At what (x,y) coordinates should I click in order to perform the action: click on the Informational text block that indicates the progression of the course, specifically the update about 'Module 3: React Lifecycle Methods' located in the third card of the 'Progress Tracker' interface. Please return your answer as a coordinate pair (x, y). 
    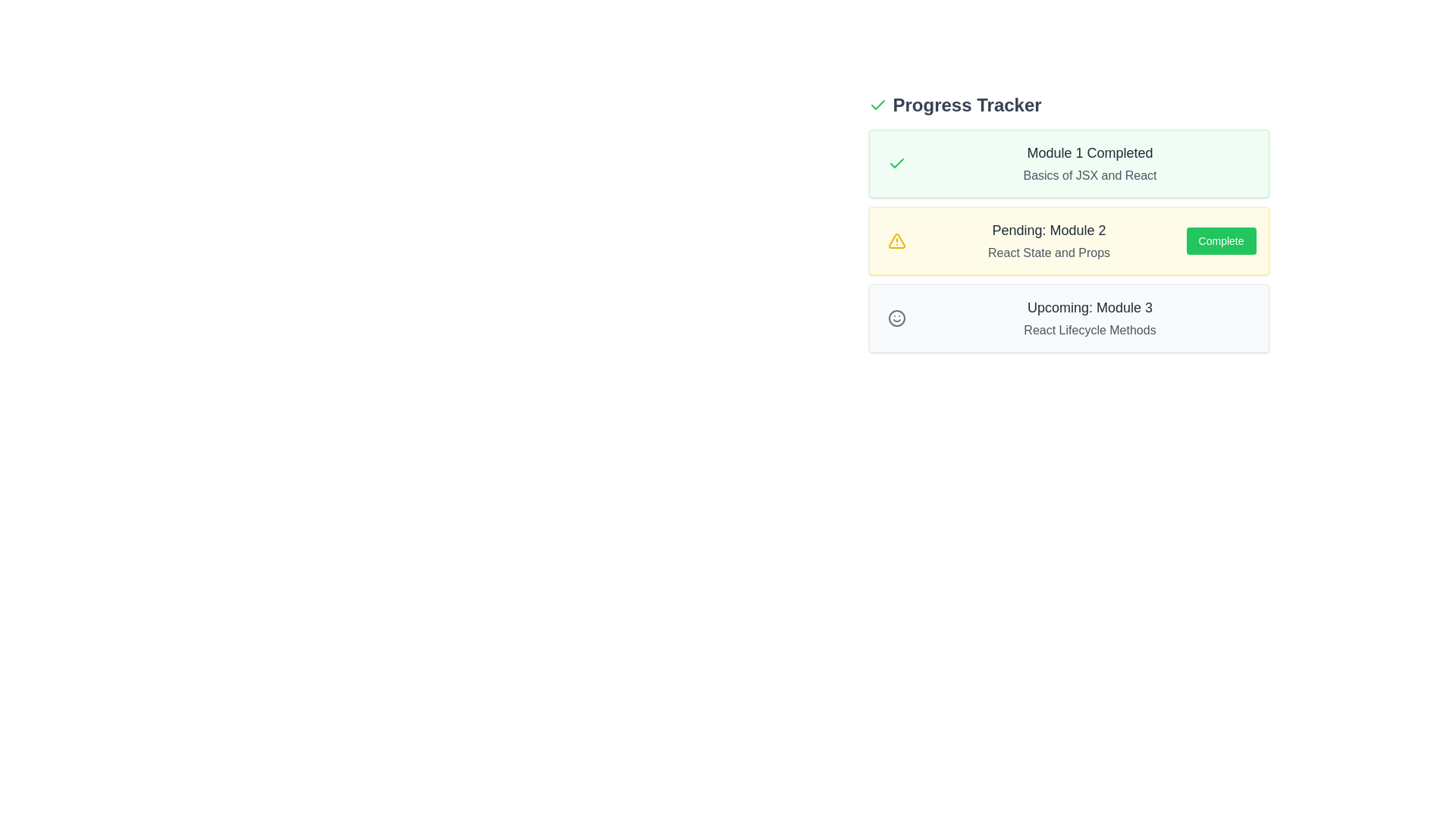
    Looking at the image, I should click on (1089, 318).